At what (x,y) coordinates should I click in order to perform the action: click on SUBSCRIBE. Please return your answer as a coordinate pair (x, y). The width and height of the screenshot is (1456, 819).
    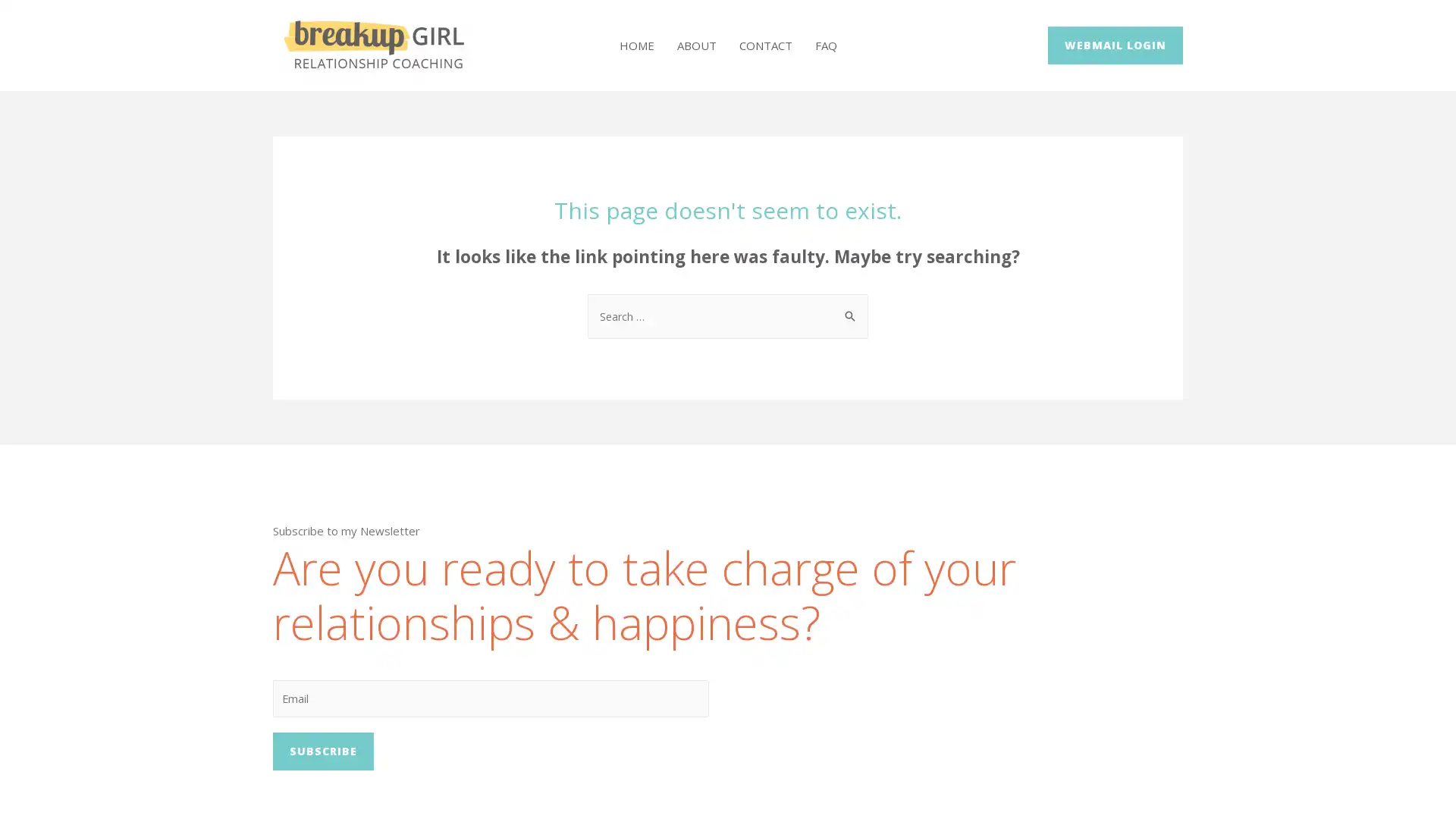
    Looking at the image, I should click on (322, 754).